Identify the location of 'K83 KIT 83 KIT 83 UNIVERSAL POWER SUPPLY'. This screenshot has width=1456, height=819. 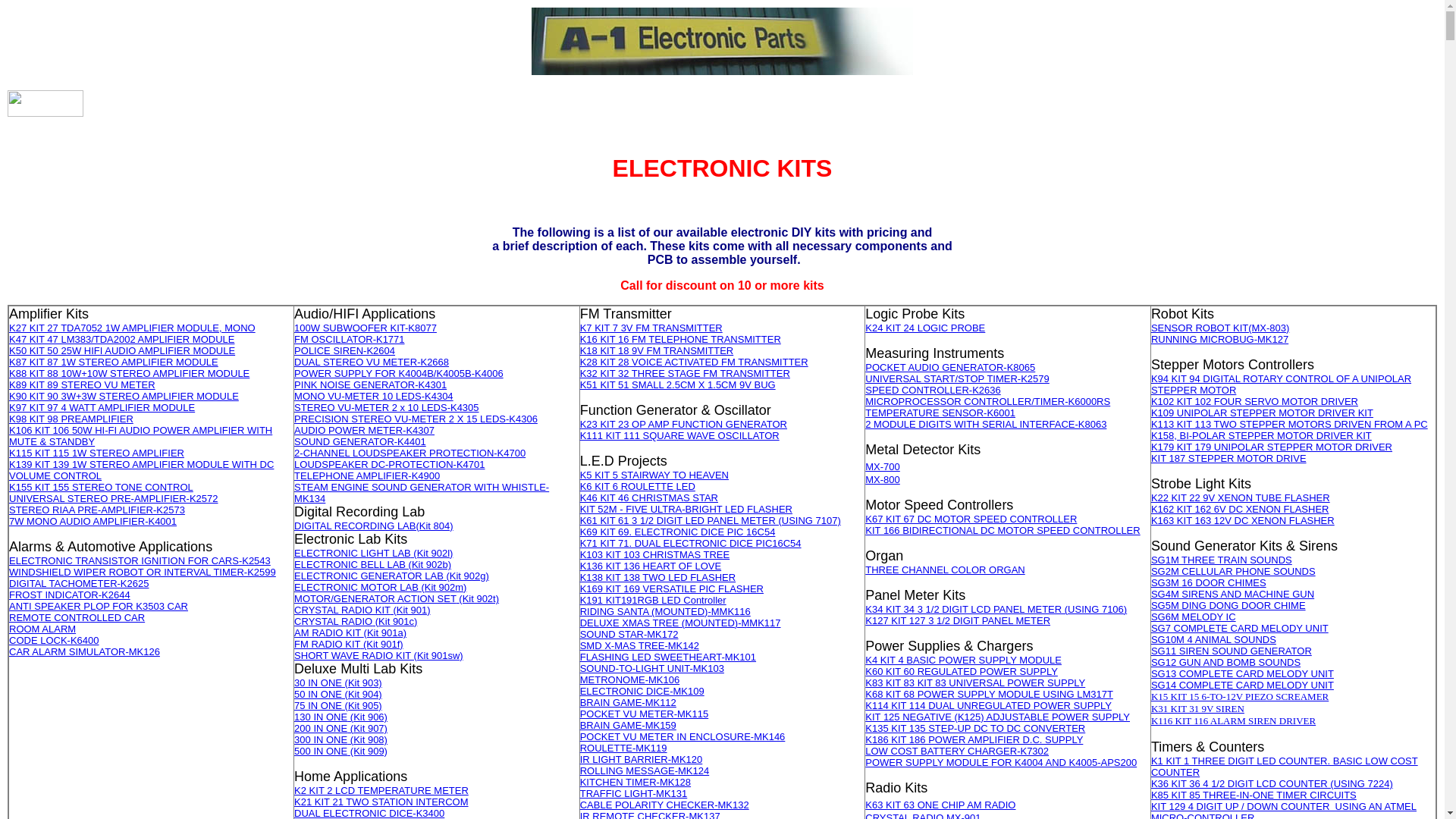
(975, 682).